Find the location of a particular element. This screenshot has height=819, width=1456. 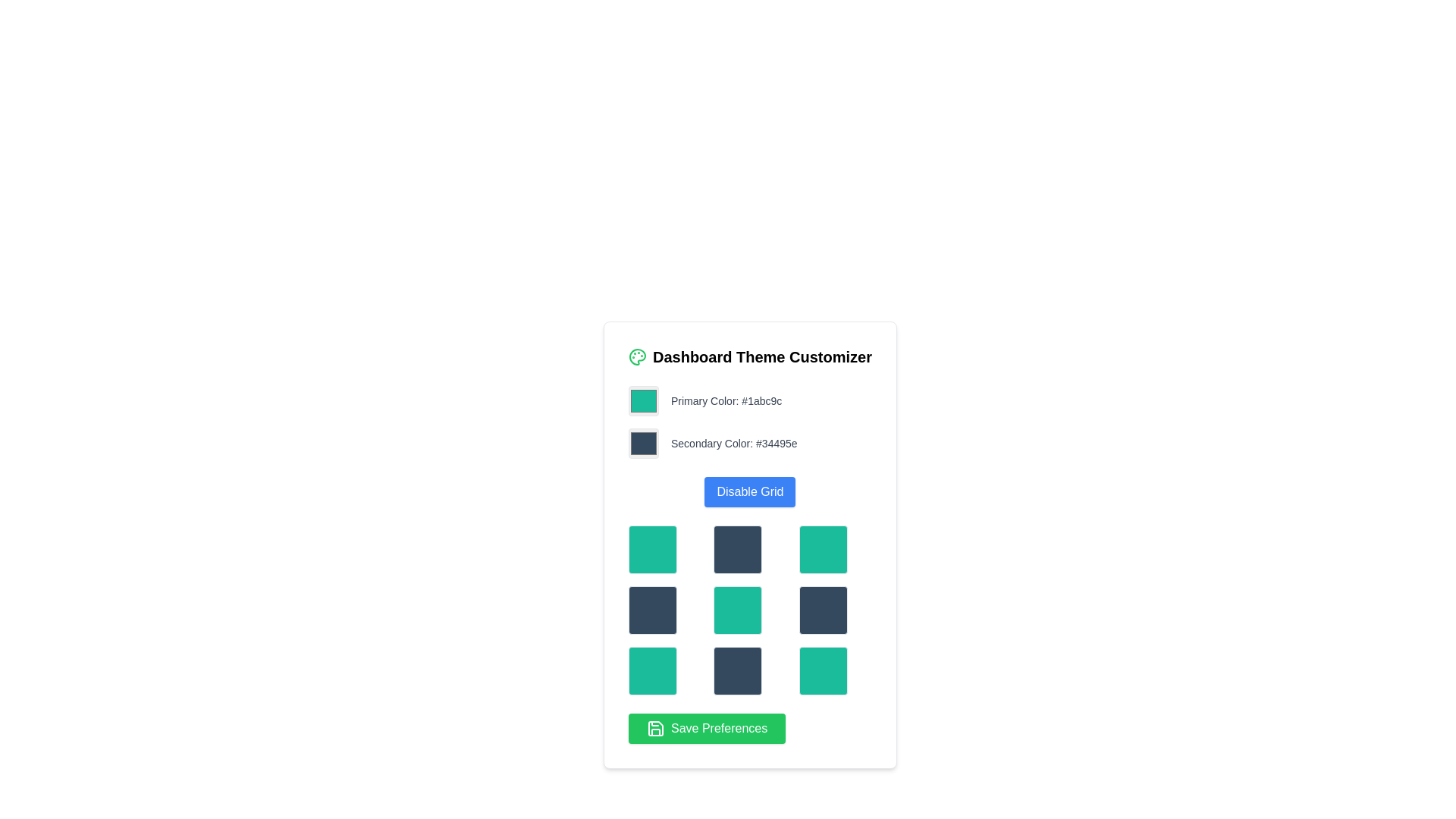

the leftmost Selectable Tile in the second row of a 3x3 grid, which has a dark blue background and rounded corners is located at coordinates (652, 610).